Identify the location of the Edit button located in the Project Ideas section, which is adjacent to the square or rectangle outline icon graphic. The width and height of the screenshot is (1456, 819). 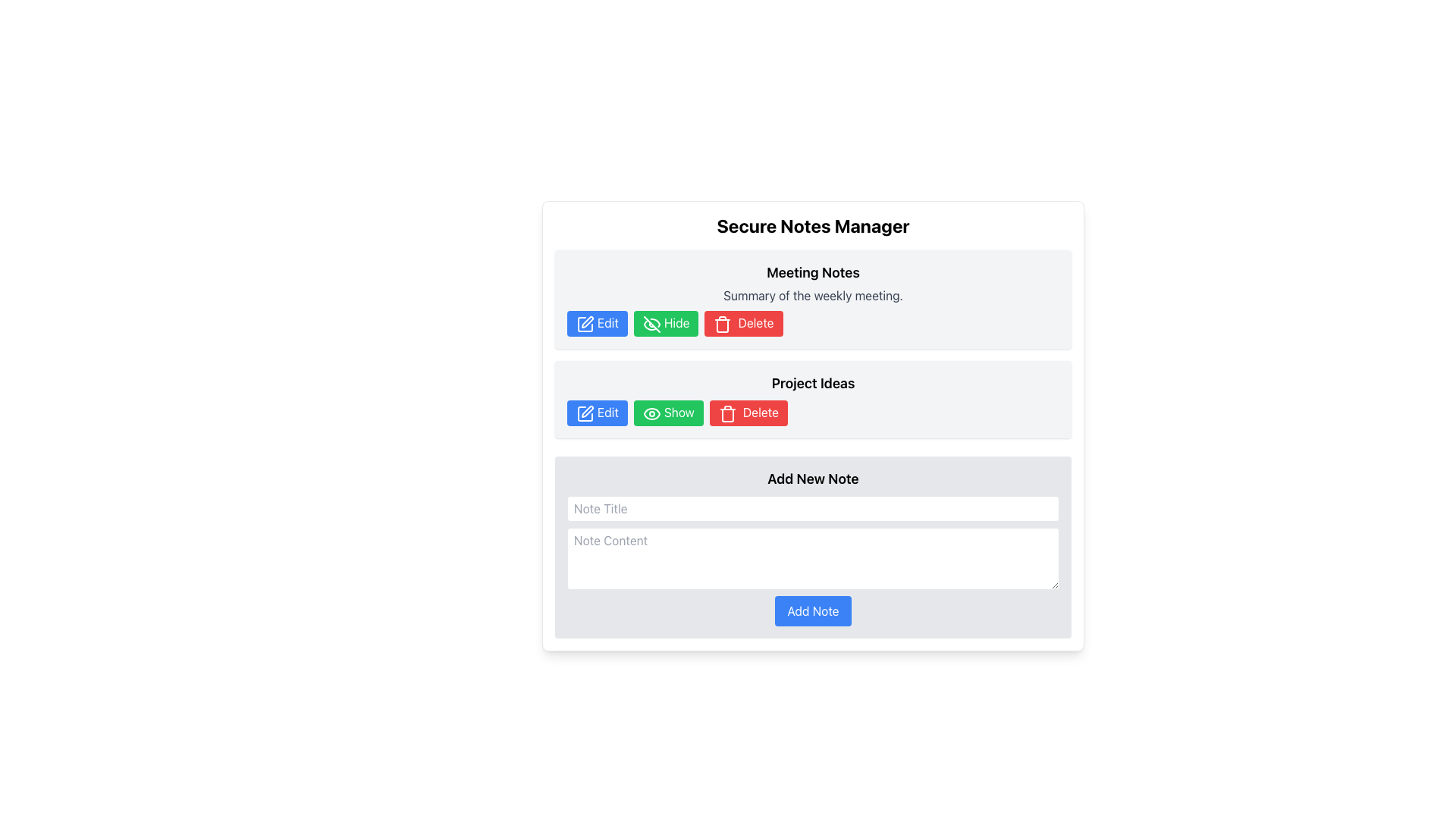
(585, 413).